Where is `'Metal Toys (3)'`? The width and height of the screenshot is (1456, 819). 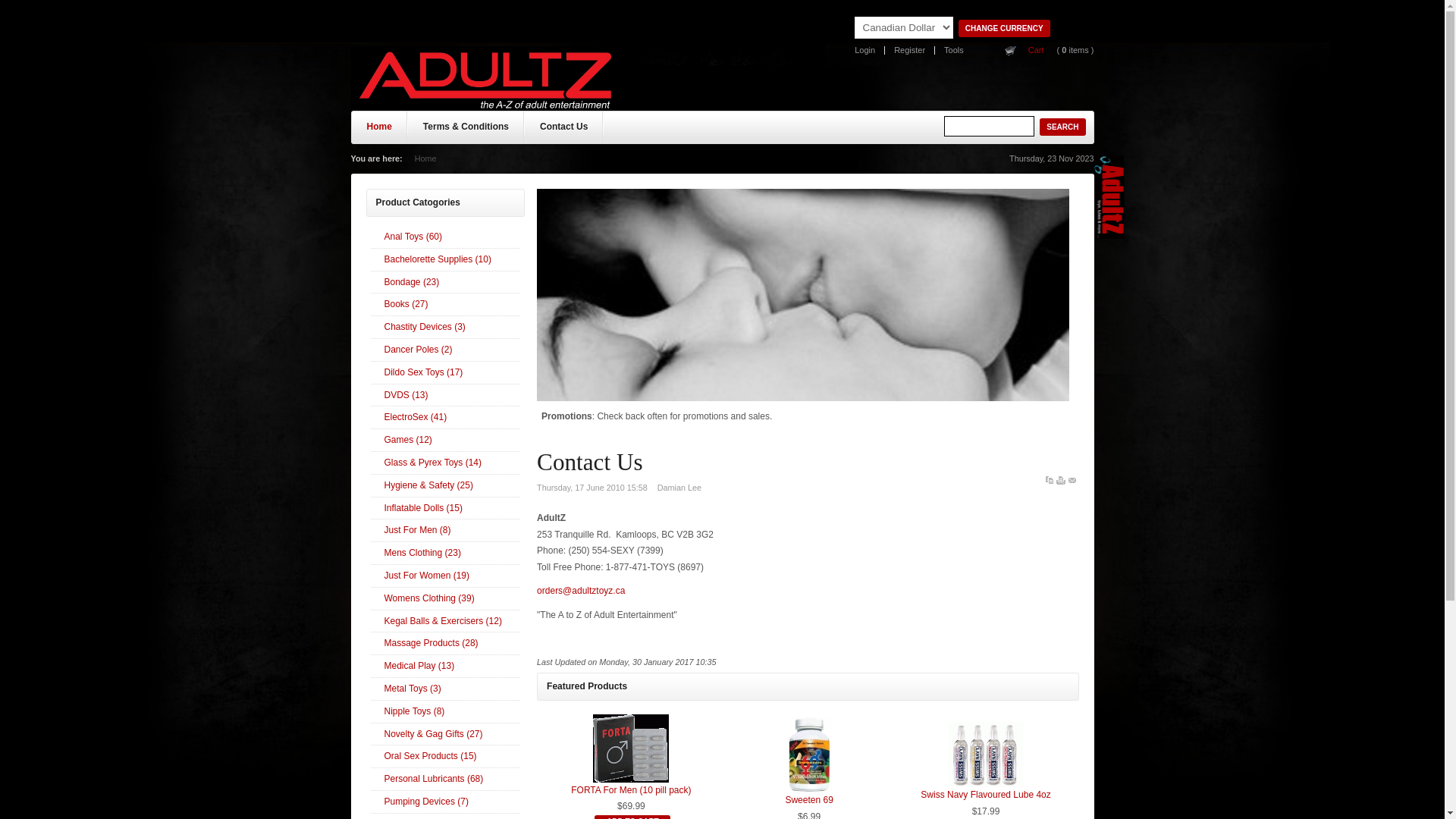
'Metal Toys (3)' is located at coordinates (370, 689).